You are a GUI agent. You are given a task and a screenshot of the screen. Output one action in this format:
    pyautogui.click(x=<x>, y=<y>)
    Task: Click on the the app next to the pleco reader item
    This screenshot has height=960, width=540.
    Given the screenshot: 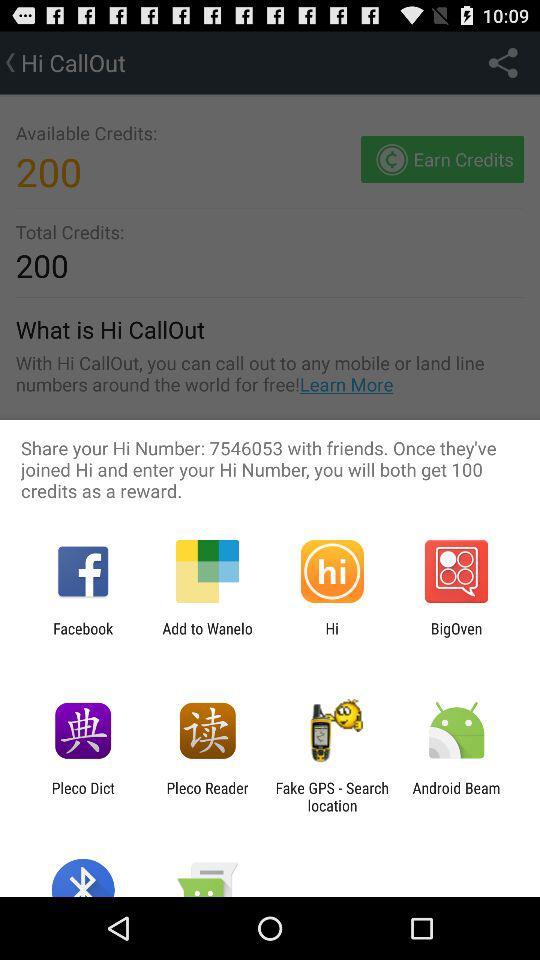 What is the action you would take?
    pyautogui.click(x=82, y=796)
    